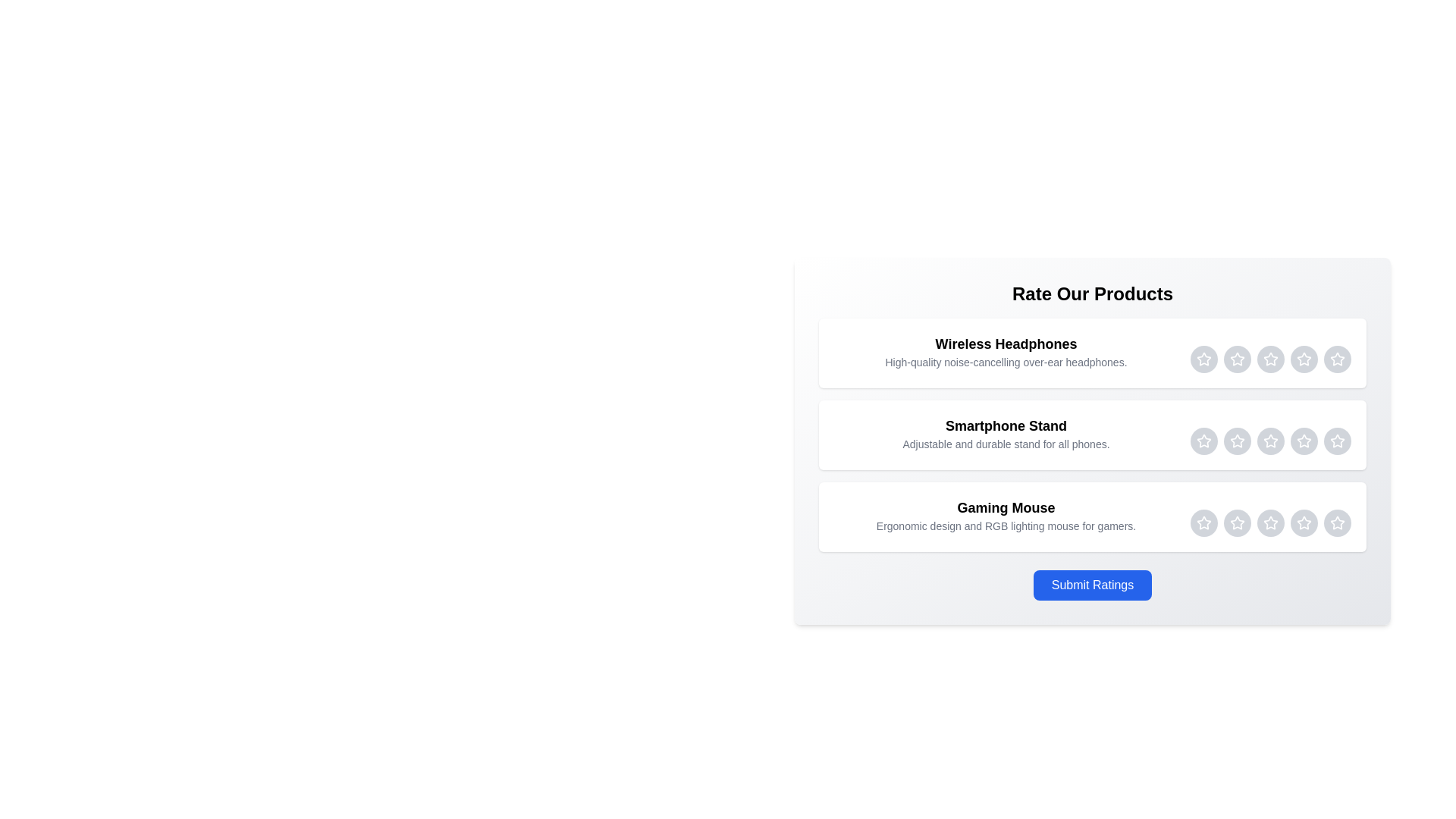 The width and height of the screenshot is (1456, 819). What do you see at coordinates (1238, 441) in the screenshot?
I see `the Smartphone Stand rating star 2` at bounding box center [1238, 441].